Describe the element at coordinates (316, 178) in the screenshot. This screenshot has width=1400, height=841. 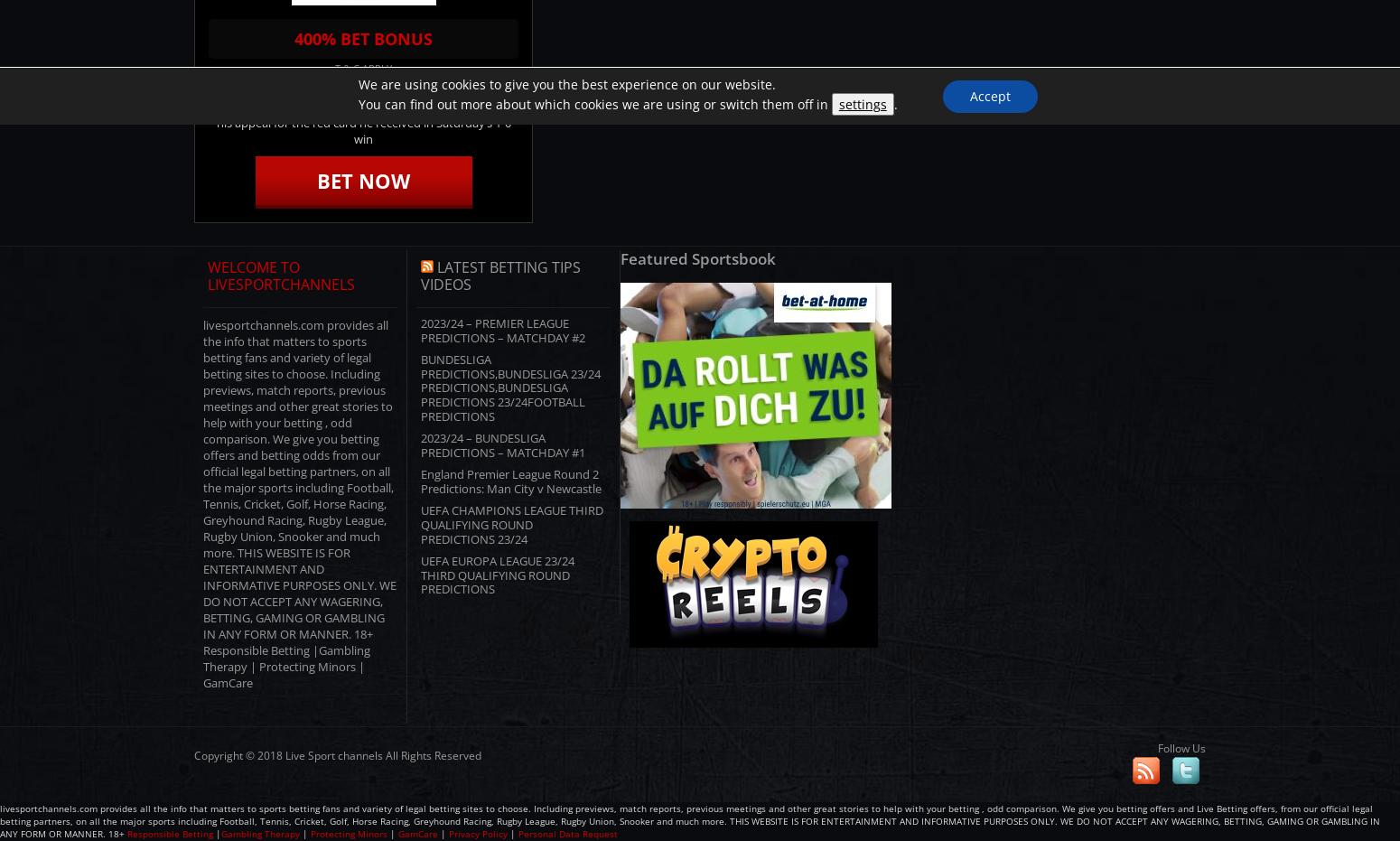
I see `'Bet Now'` at that location.